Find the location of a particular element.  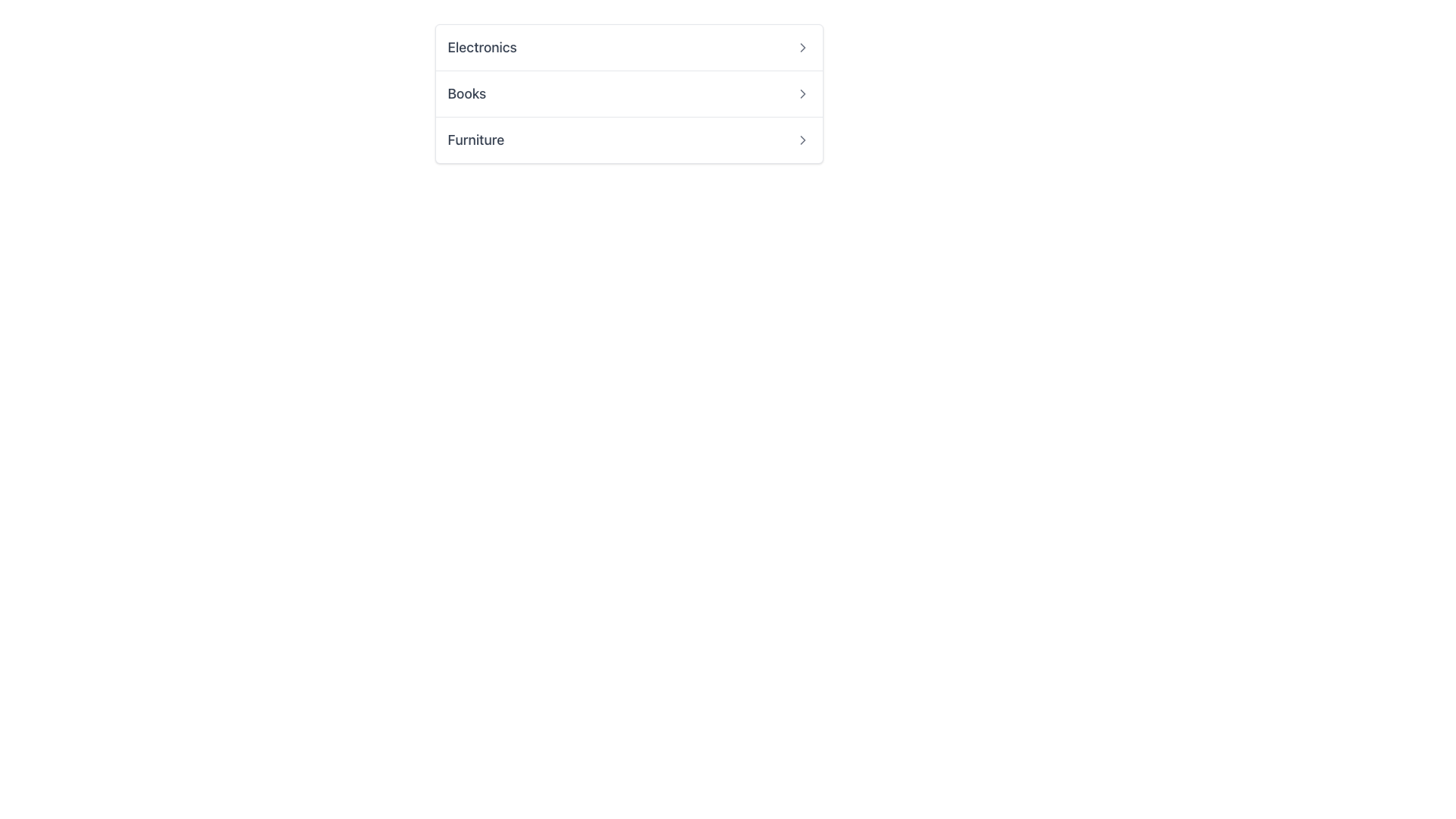

the chevron icon located on the right edge of the 'Electronics' row is located at coordinates (802, 46).